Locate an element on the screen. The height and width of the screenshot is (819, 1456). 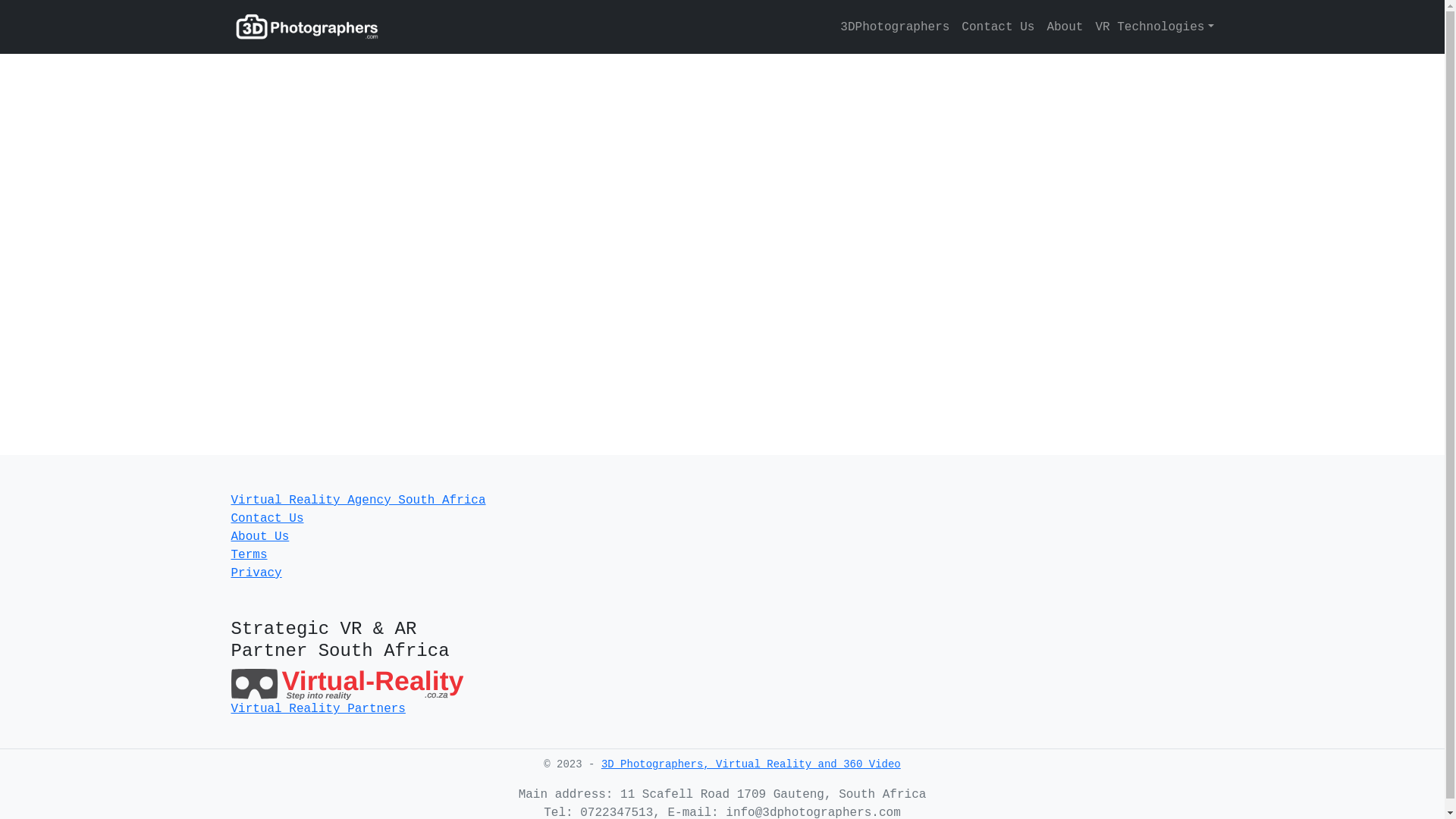
'Privacy' is located at coordinates (256, 573).